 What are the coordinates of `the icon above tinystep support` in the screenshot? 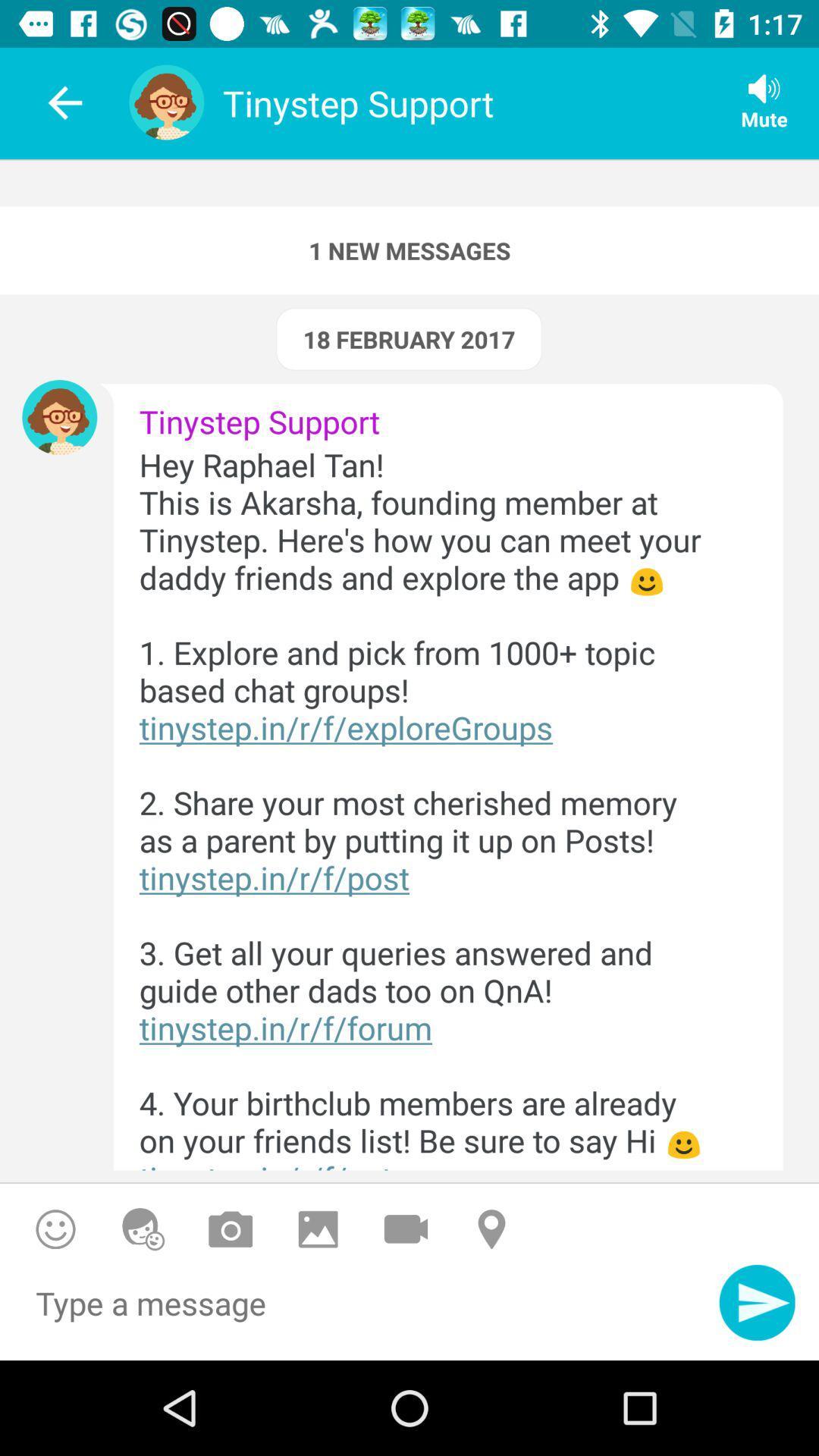 It's located at (408, 338).